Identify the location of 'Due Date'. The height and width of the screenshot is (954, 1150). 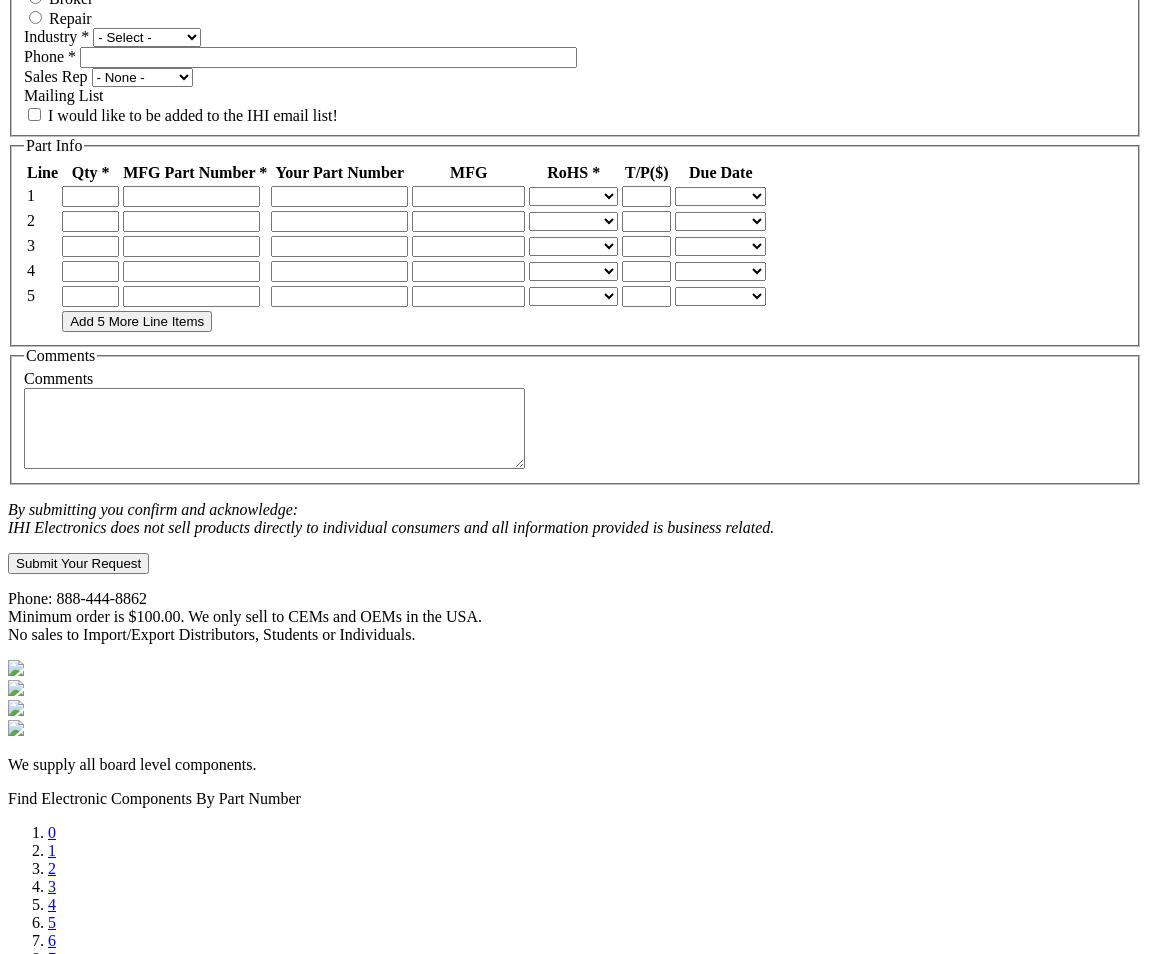
(687, 170).